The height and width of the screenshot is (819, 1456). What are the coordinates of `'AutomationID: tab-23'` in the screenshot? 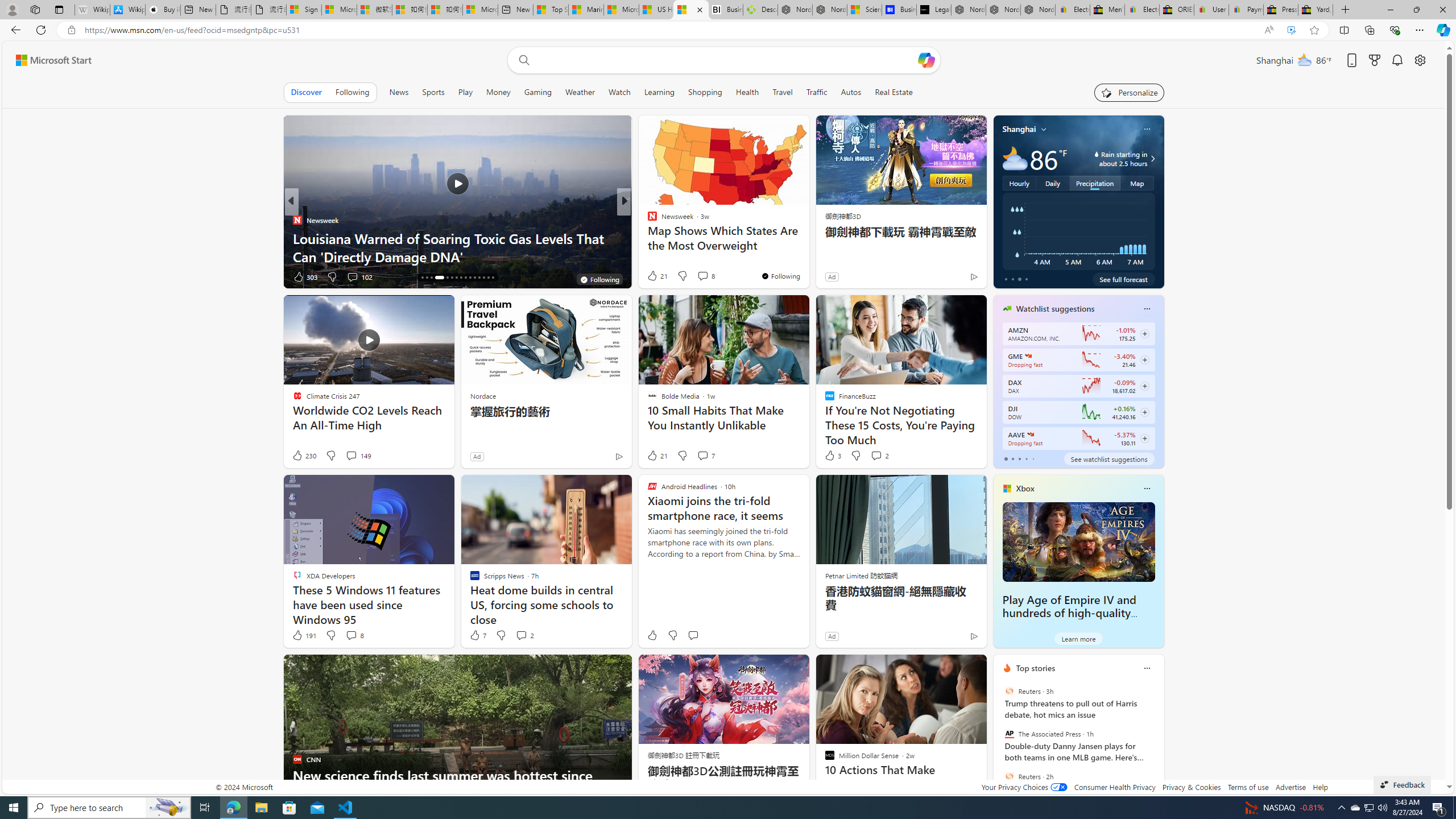 It's located at (461, 277).